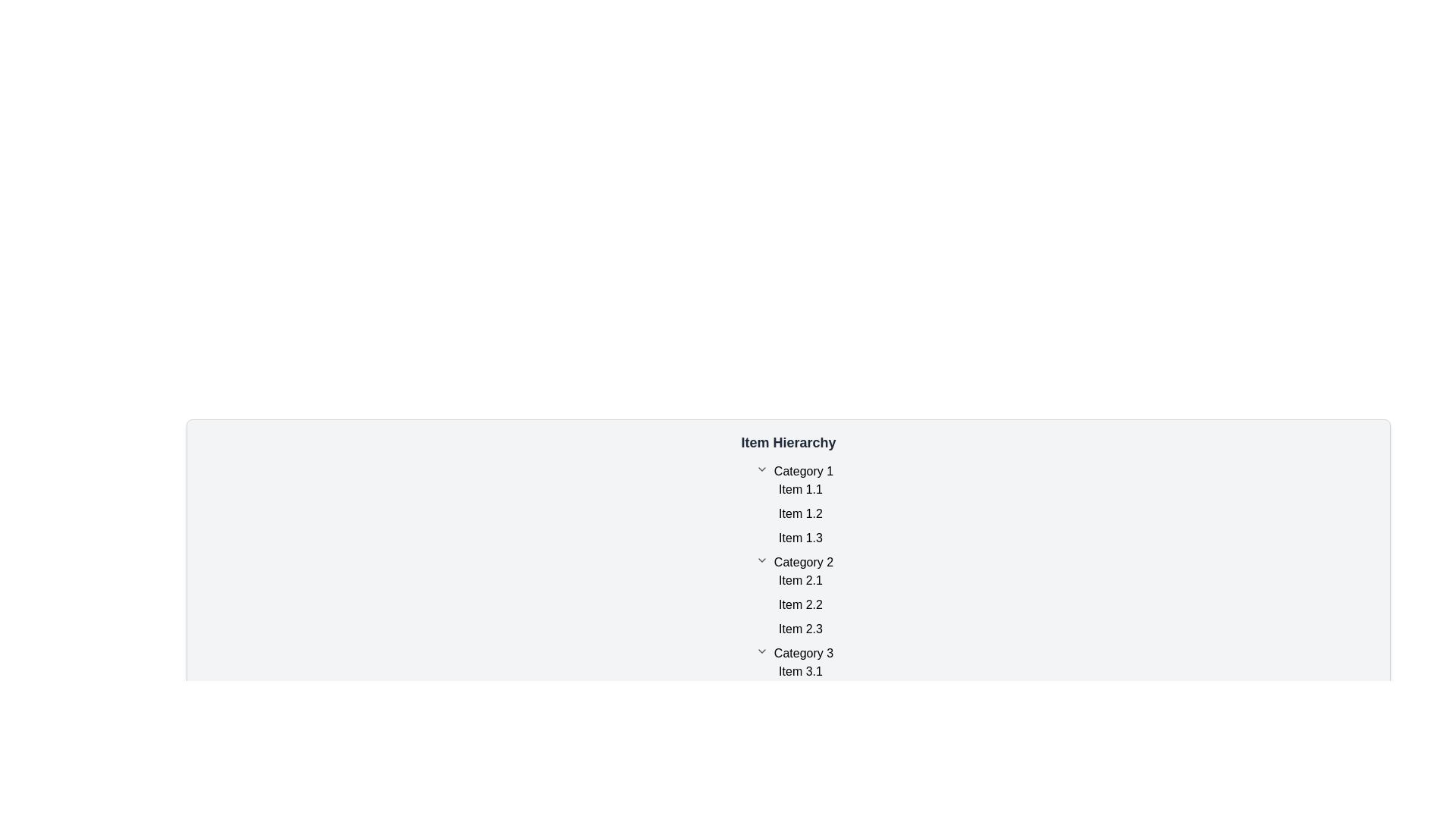 The height and width of the screenshot is (819, 1456). Describe the element at coordinates (800, 629) in the screenshot. I see `on the Text Label displaying 'Item 2.3', which is the third item under 'Category 2' in the hierarchical list` at that location.